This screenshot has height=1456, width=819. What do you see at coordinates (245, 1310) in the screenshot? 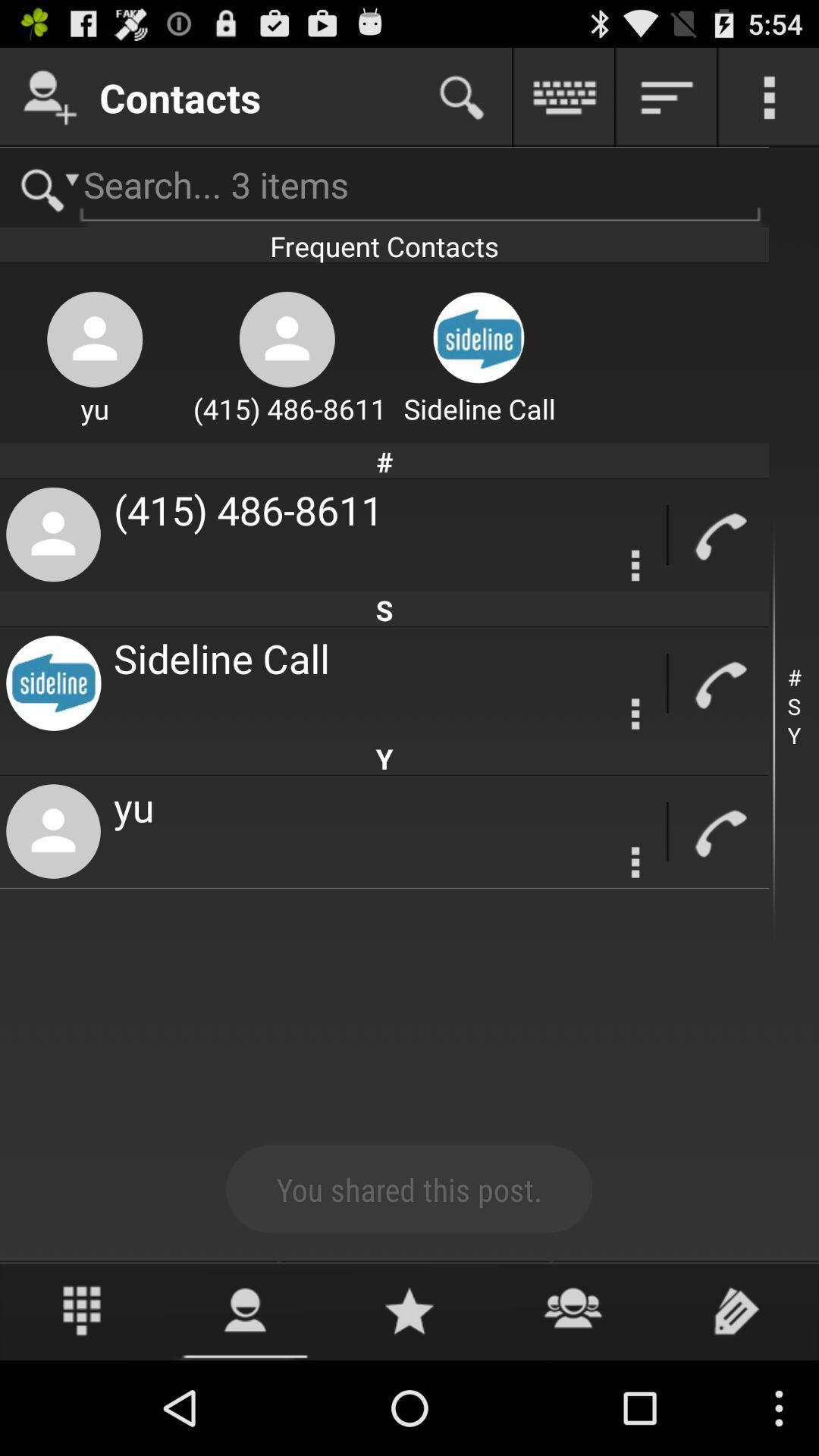
I see `see profile` at bounding box center [245, 1310].